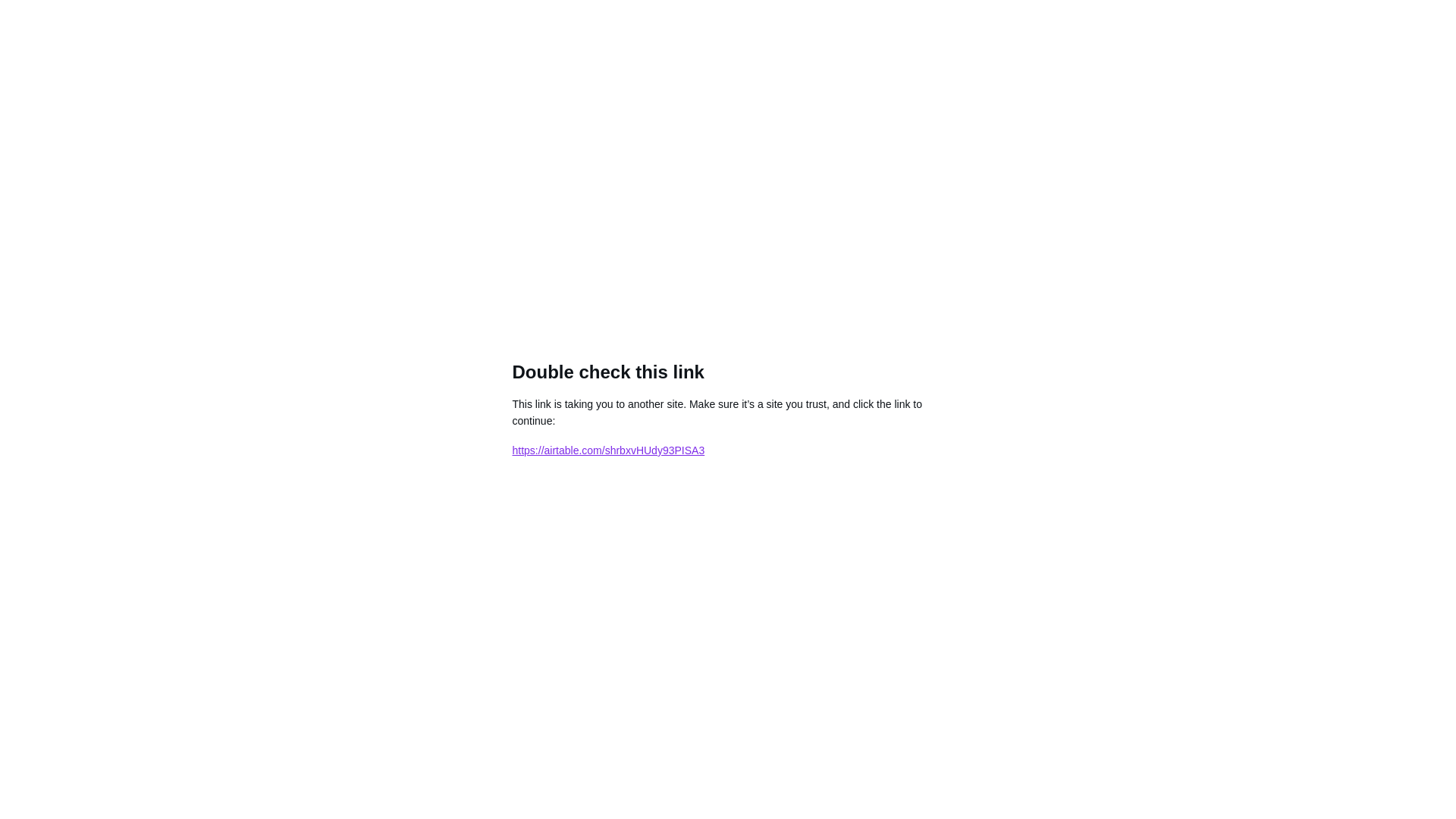 The width and height of the screenshot is (1456, 819). I want to click on 'https://airtable.com/shrbxvHUdy93PISA3', so click(608, 450).